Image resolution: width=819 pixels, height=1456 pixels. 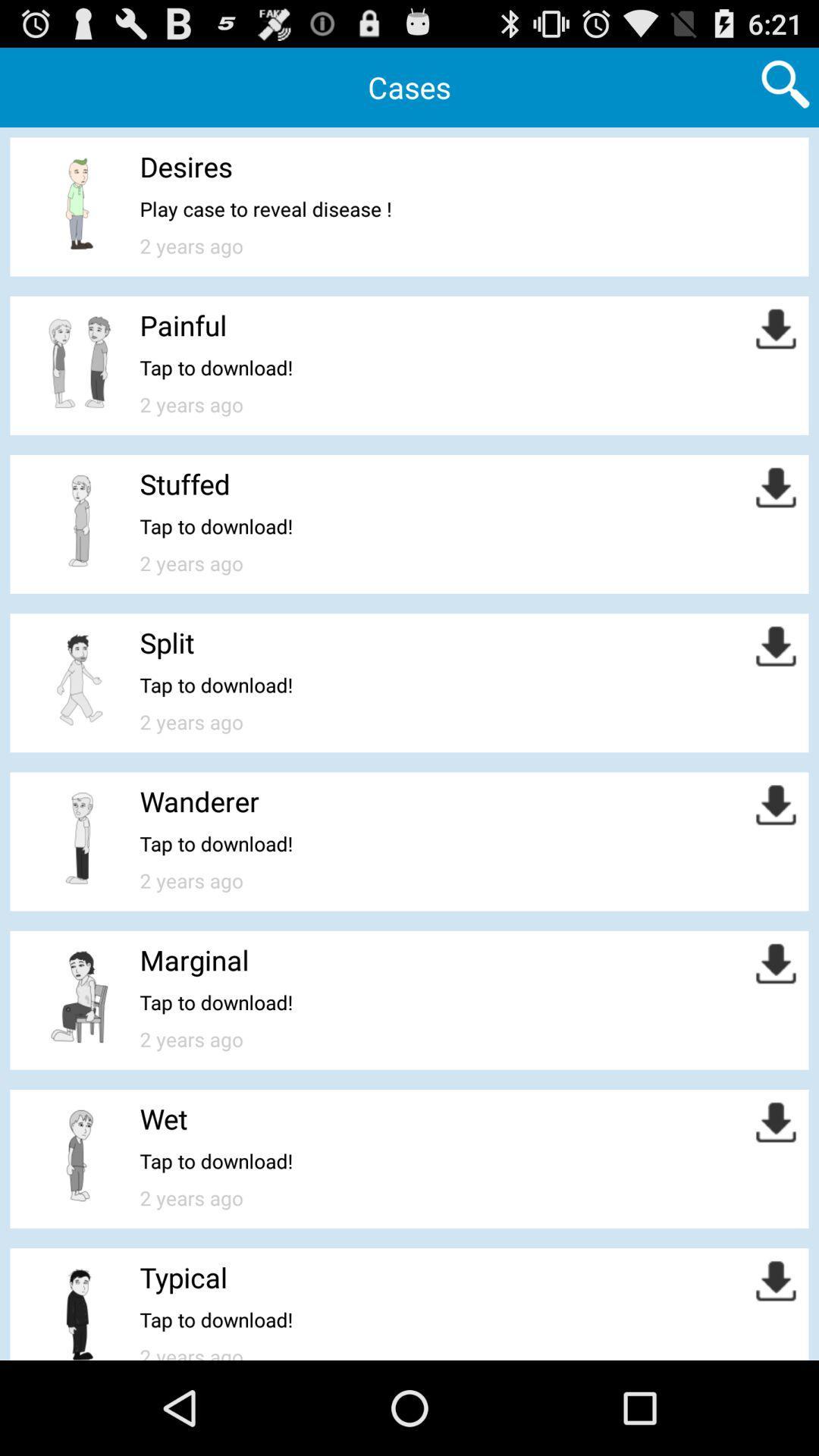 I want to click on the app above tap to download! app, so click(x=164, y=1119).